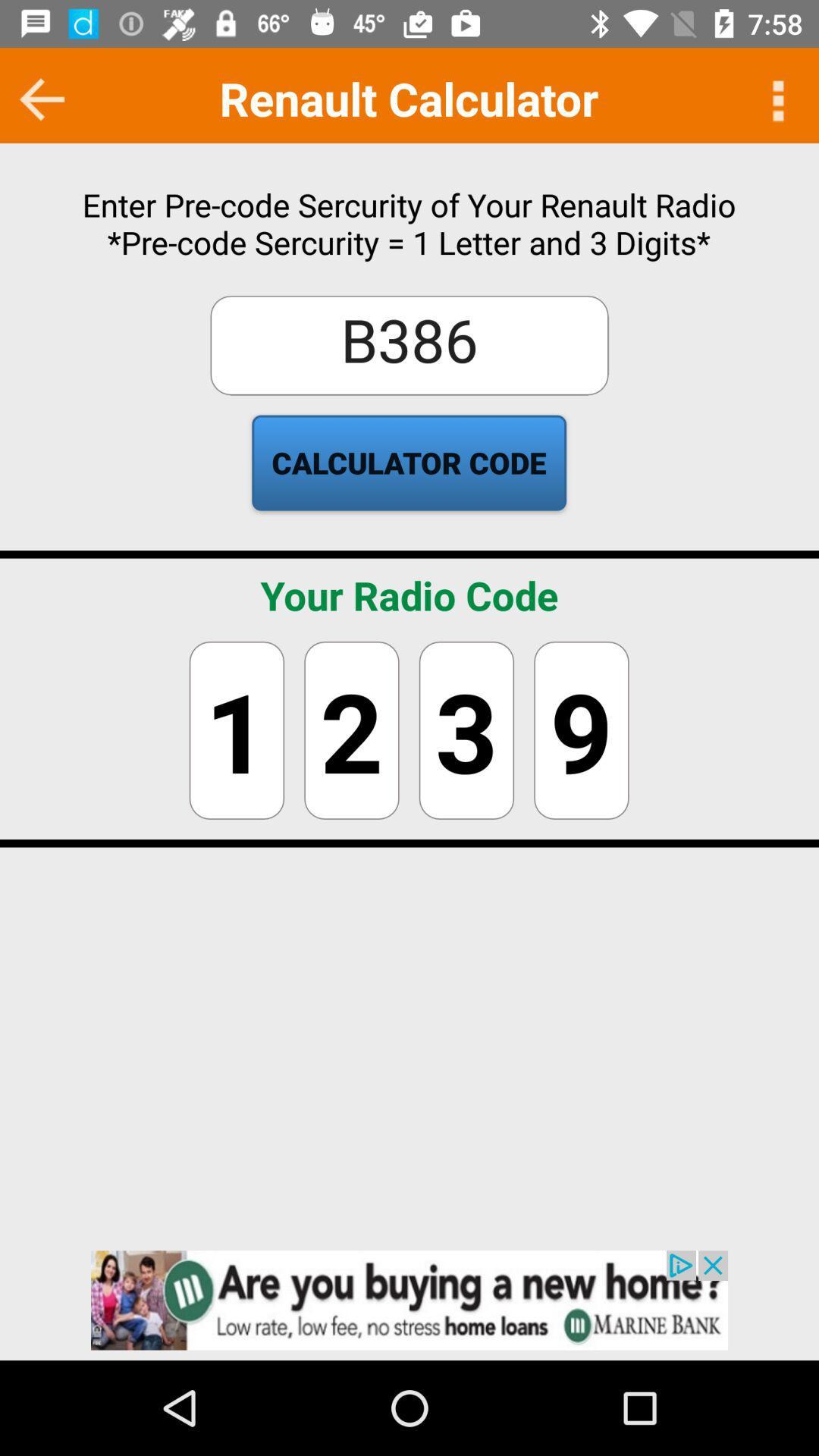  Describe the element at coordinates (409, 344) in the screenshot. I see `the box above calculator code` at that location.